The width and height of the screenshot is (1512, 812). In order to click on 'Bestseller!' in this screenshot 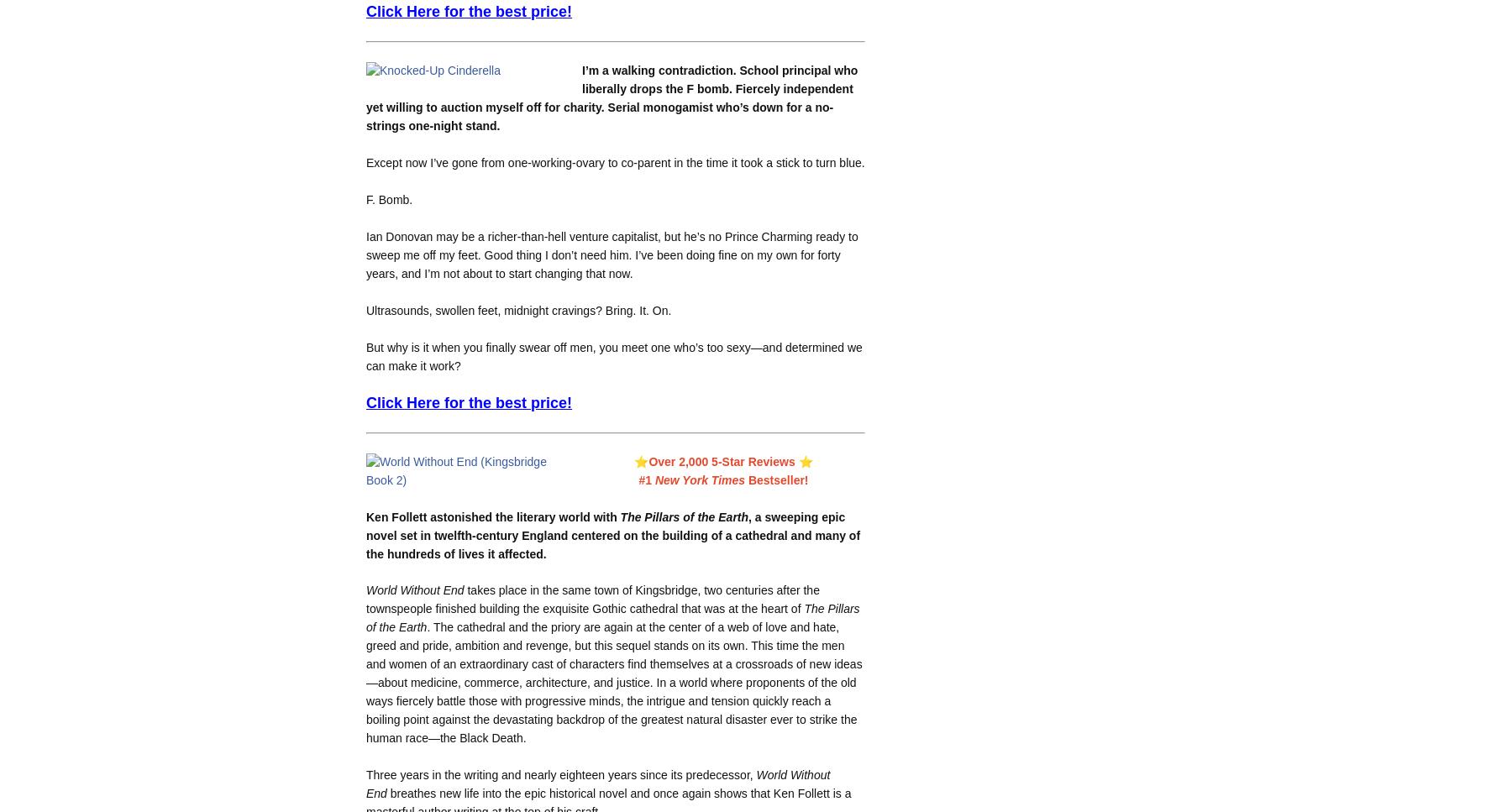, I will do `click(775, 479)`.